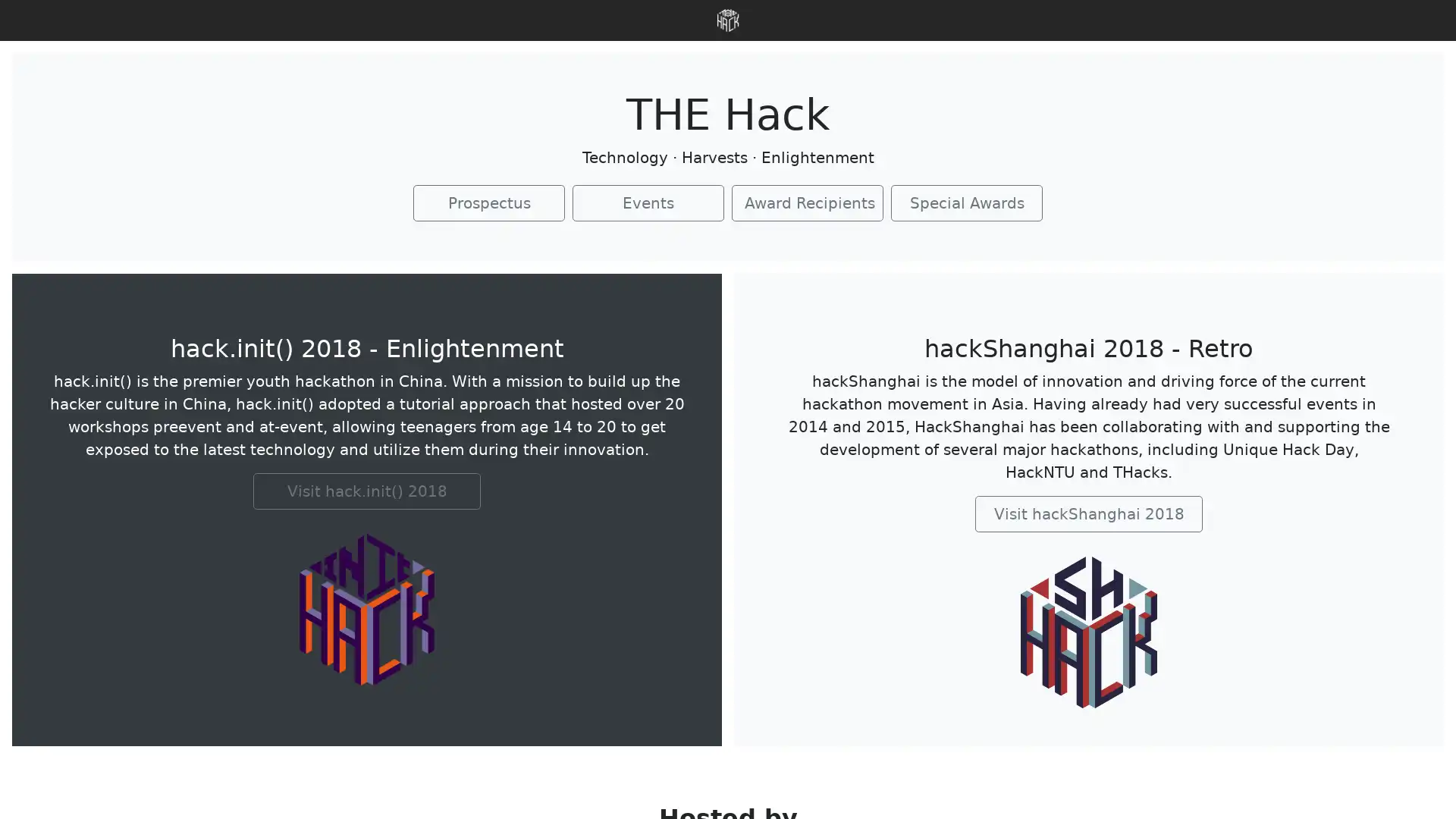  Describe the element at coordinates (1087, 513) in the screenshot. I see `Visit hackShanghai 2018` at that location.